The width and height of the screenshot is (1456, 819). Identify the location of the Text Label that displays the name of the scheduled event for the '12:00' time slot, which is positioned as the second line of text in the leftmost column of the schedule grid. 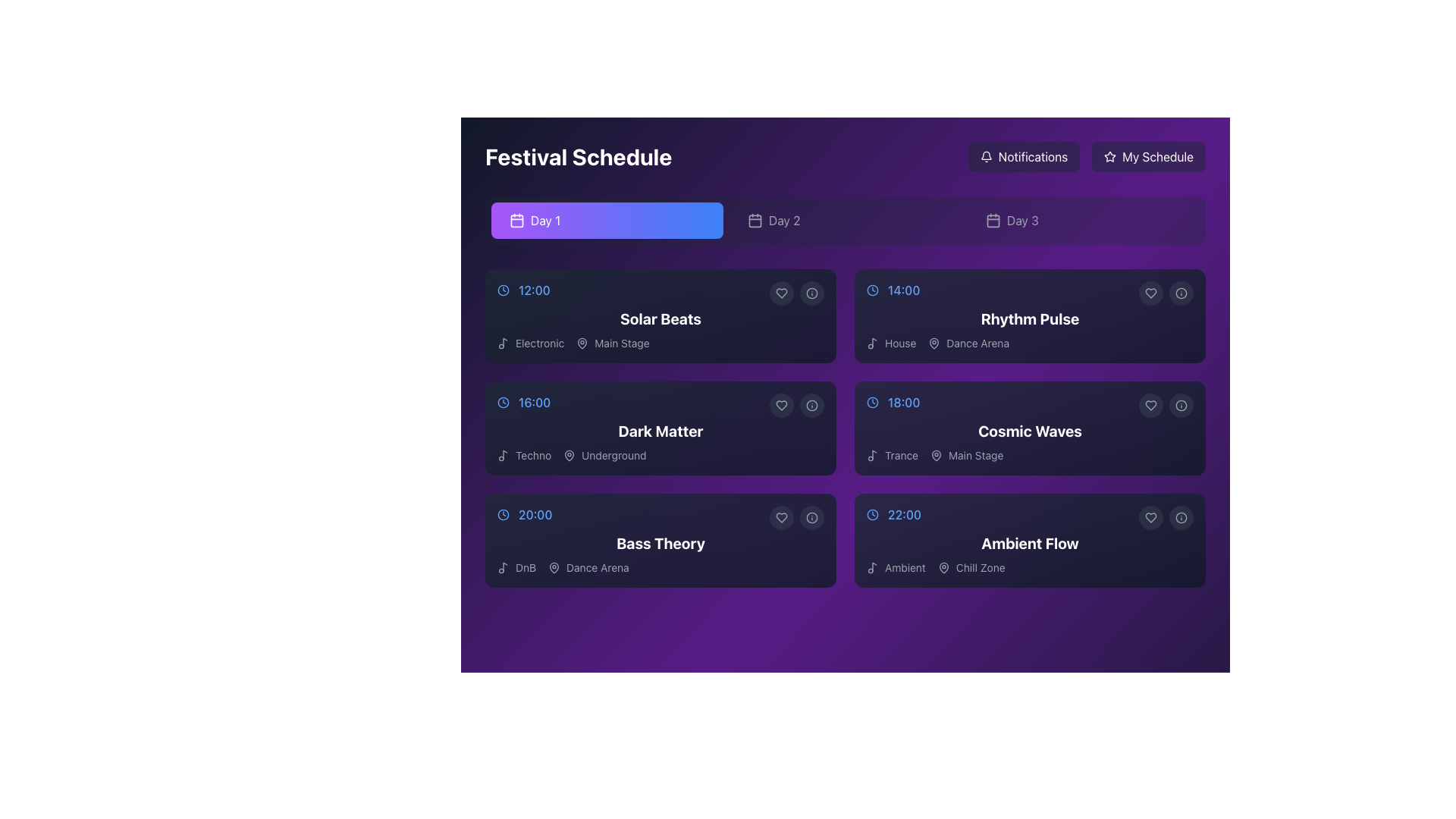
(661, 318).